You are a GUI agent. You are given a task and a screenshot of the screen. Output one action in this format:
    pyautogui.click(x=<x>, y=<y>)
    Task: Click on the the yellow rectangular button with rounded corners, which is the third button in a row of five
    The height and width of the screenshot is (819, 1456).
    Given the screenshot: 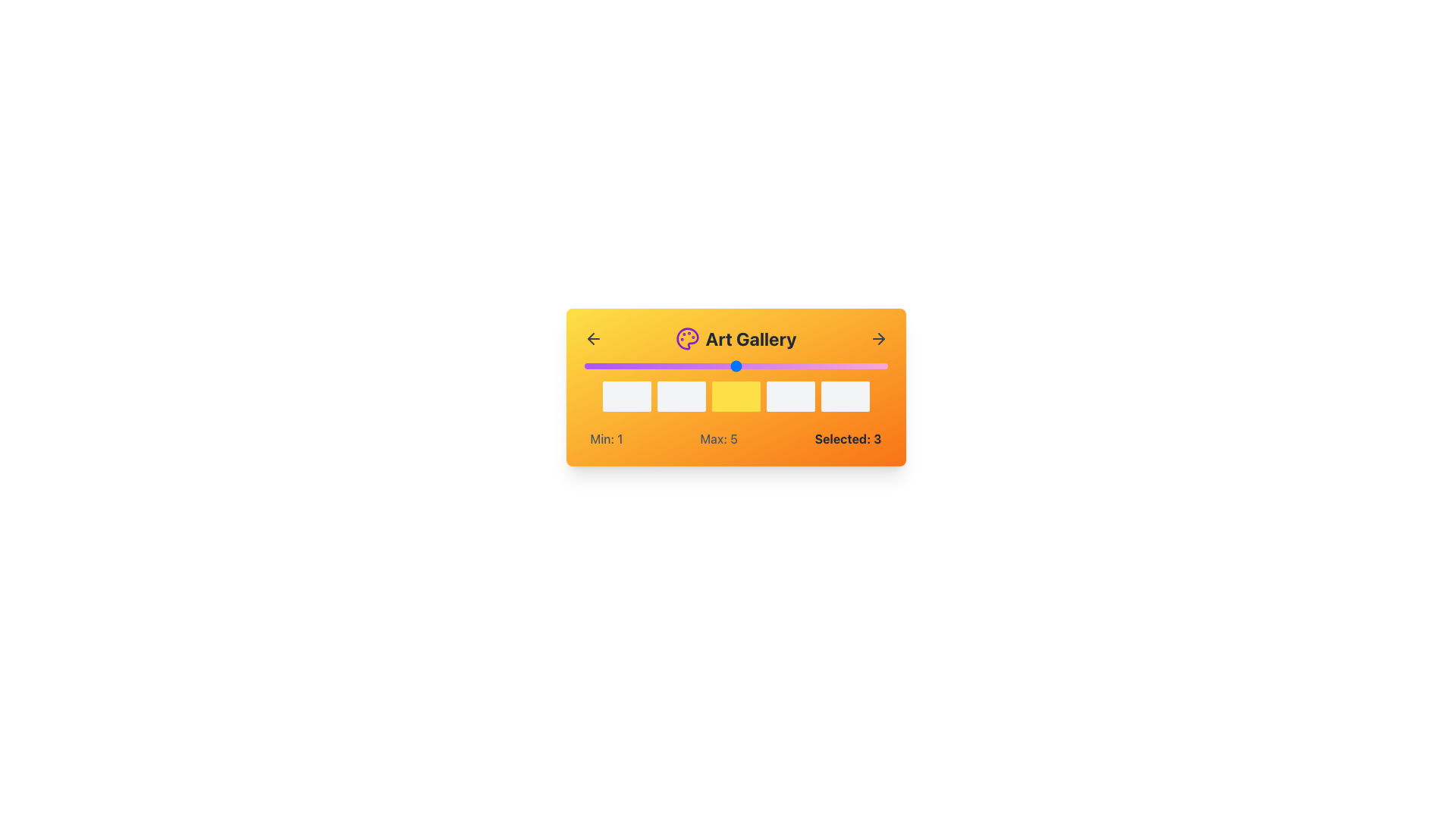 What is the action you would take?
    pyautogui.click(x=736, y=396)
    